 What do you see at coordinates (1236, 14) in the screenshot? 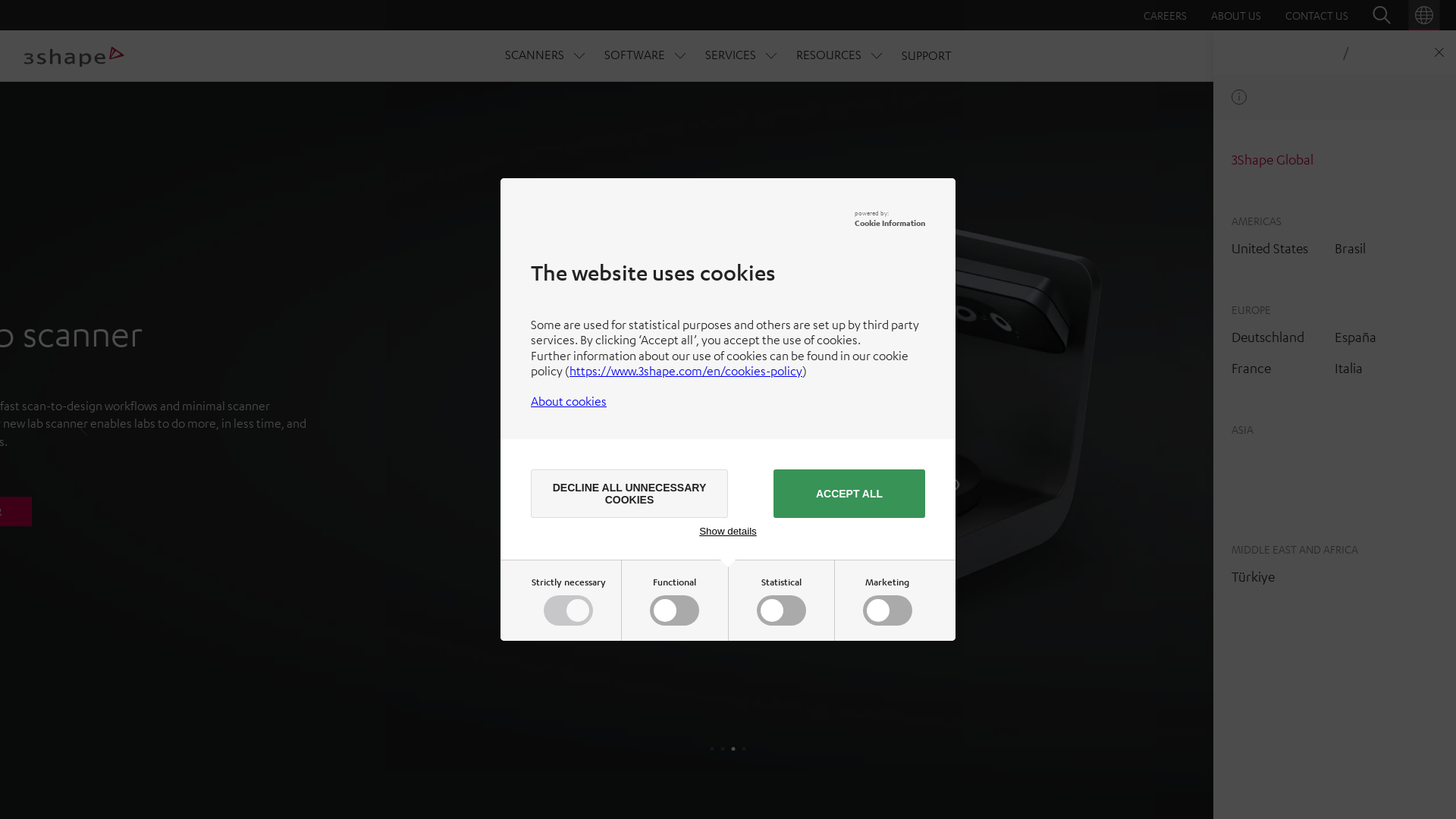
I see `'ABOUT US'` at bounding box center [1236, 14].